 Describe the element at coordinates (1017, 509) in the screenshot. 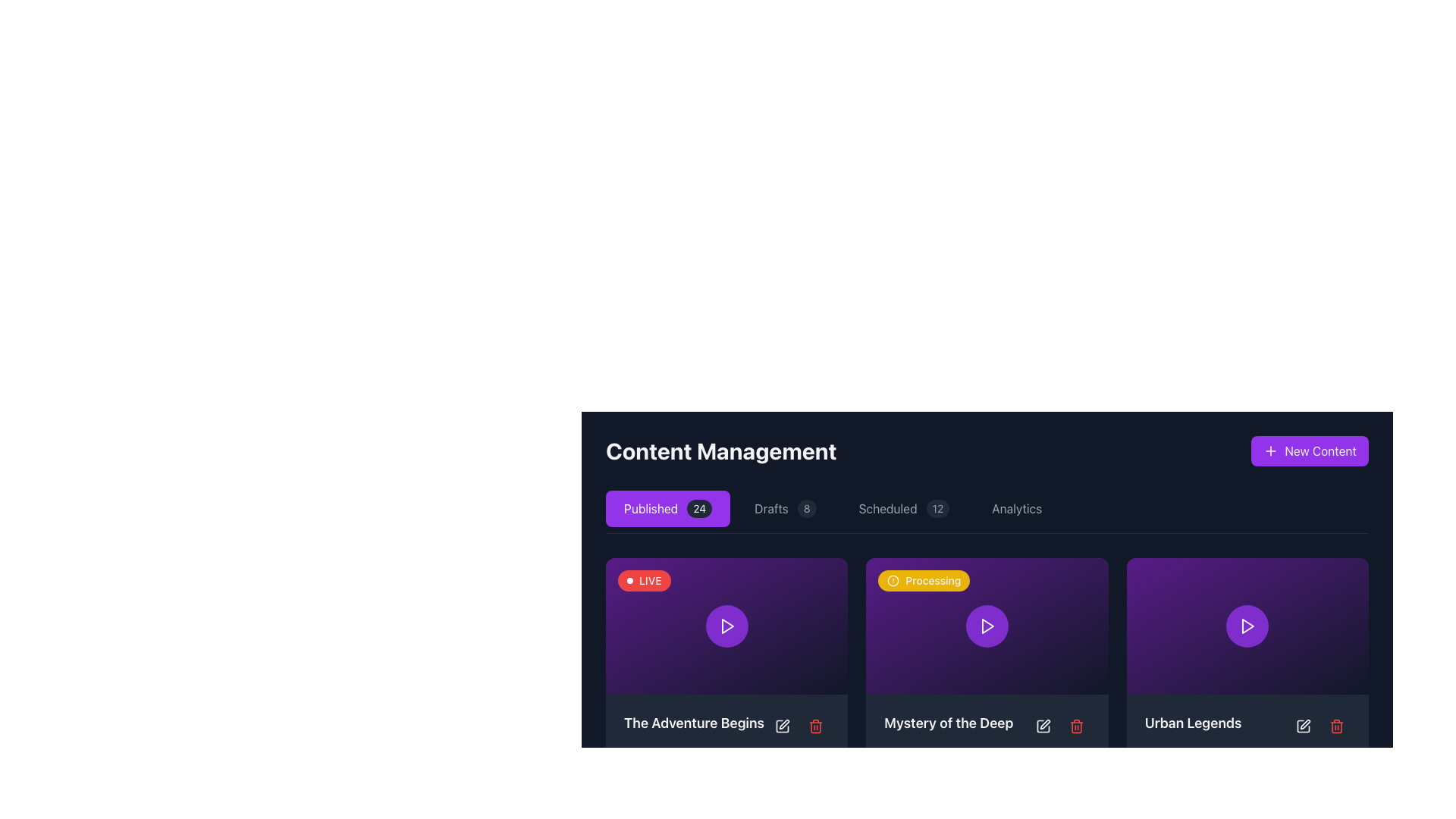

I see `contents of the text label displaying 'Analytics' in gray color, located in the top-right section of the interface, adjacent to the 'Scheduled' section` at that location.